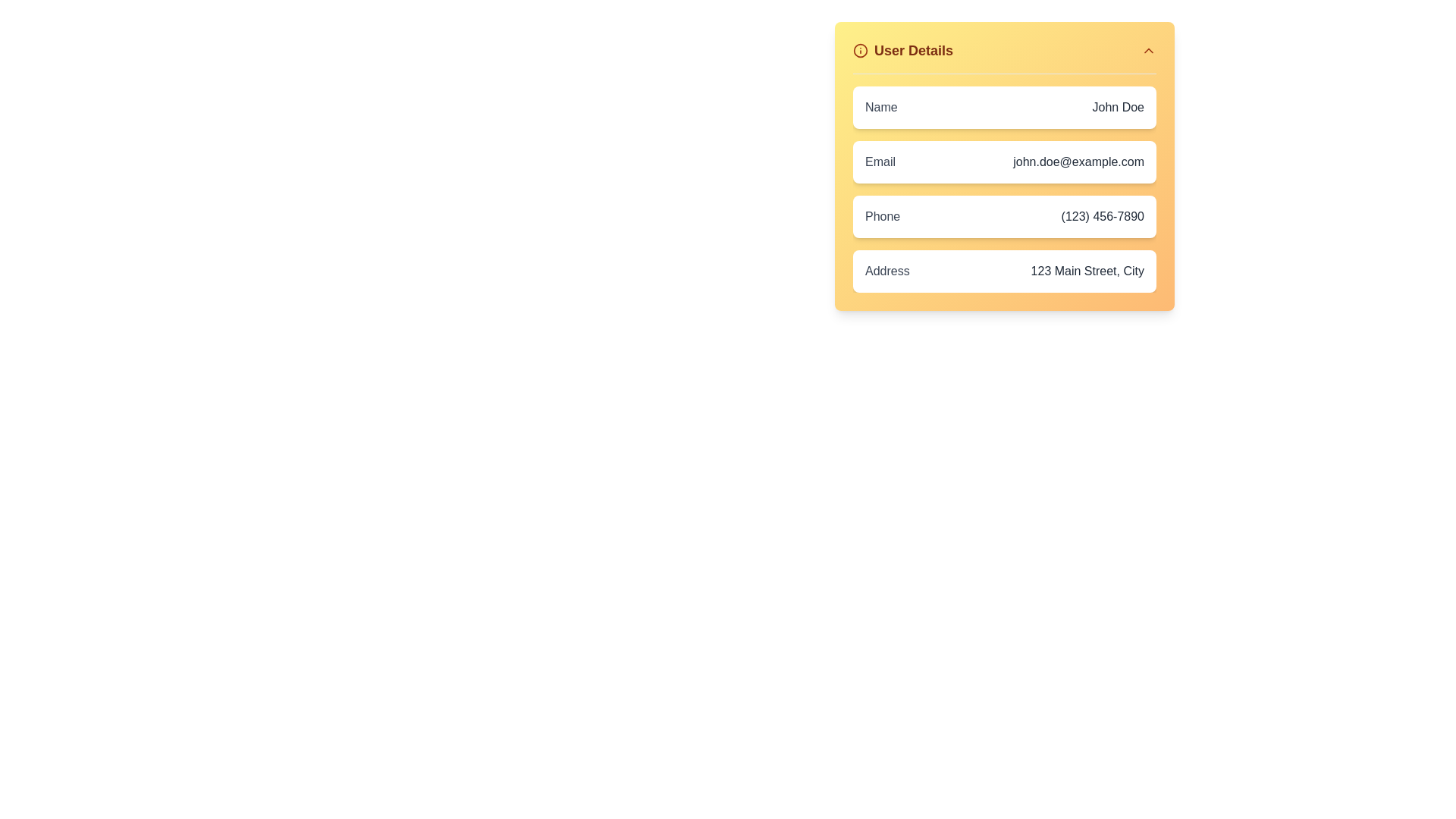 This screenshot has height=819, width=1456. Describe the element at coordinates (1004, 107) in the screenshot. I see `the 'Name' display element in the 'User Details' section, which shows the user's name` at that location.